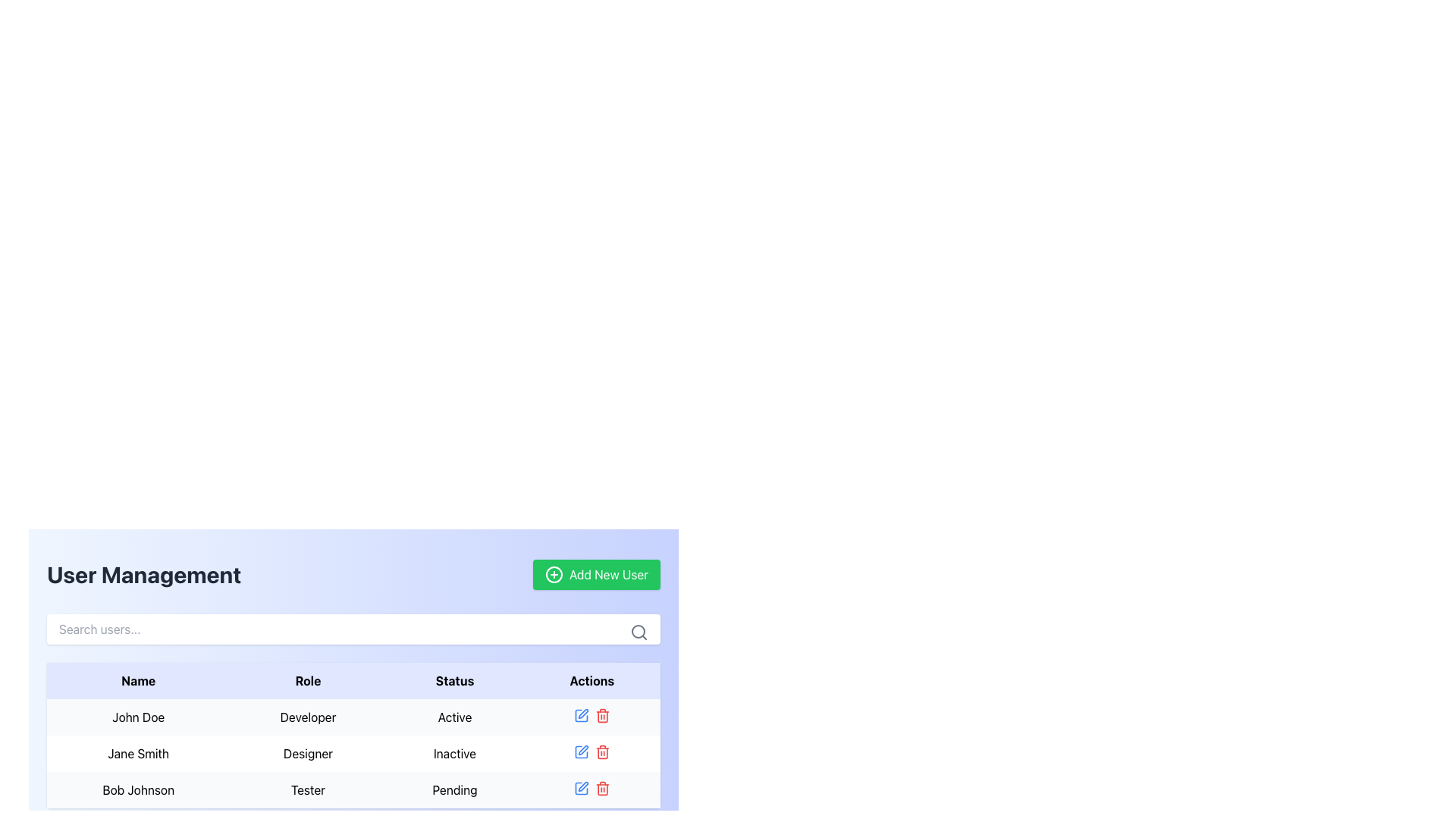  I want to click on the text label element that displays the role 'Developer' in the User Management section, located in the second column of the first row of a table, so click(307, 717).